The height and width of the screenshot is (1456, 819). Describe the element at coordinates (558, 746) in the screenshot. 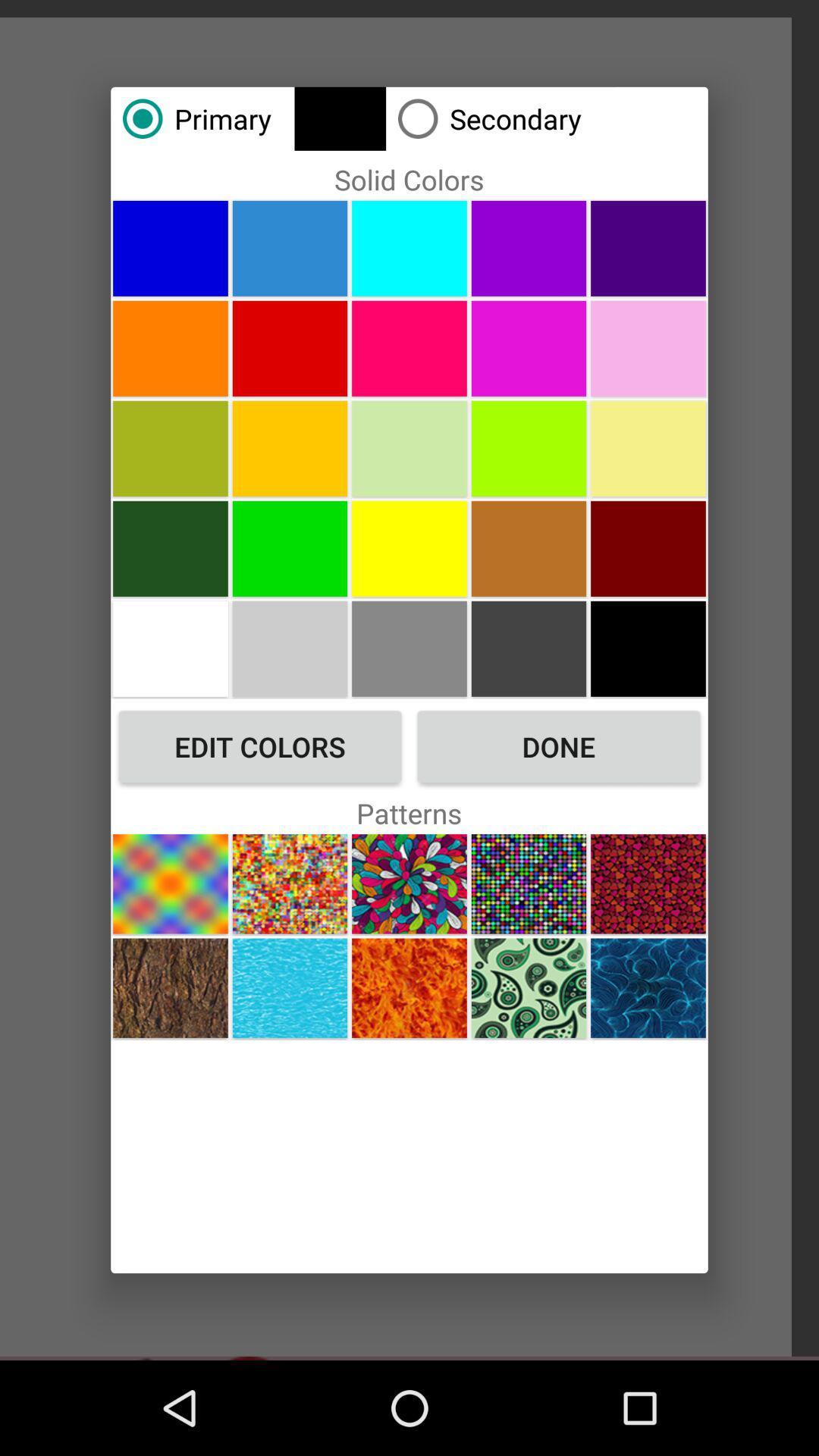

I see `the item next to edit colors button` at that location.